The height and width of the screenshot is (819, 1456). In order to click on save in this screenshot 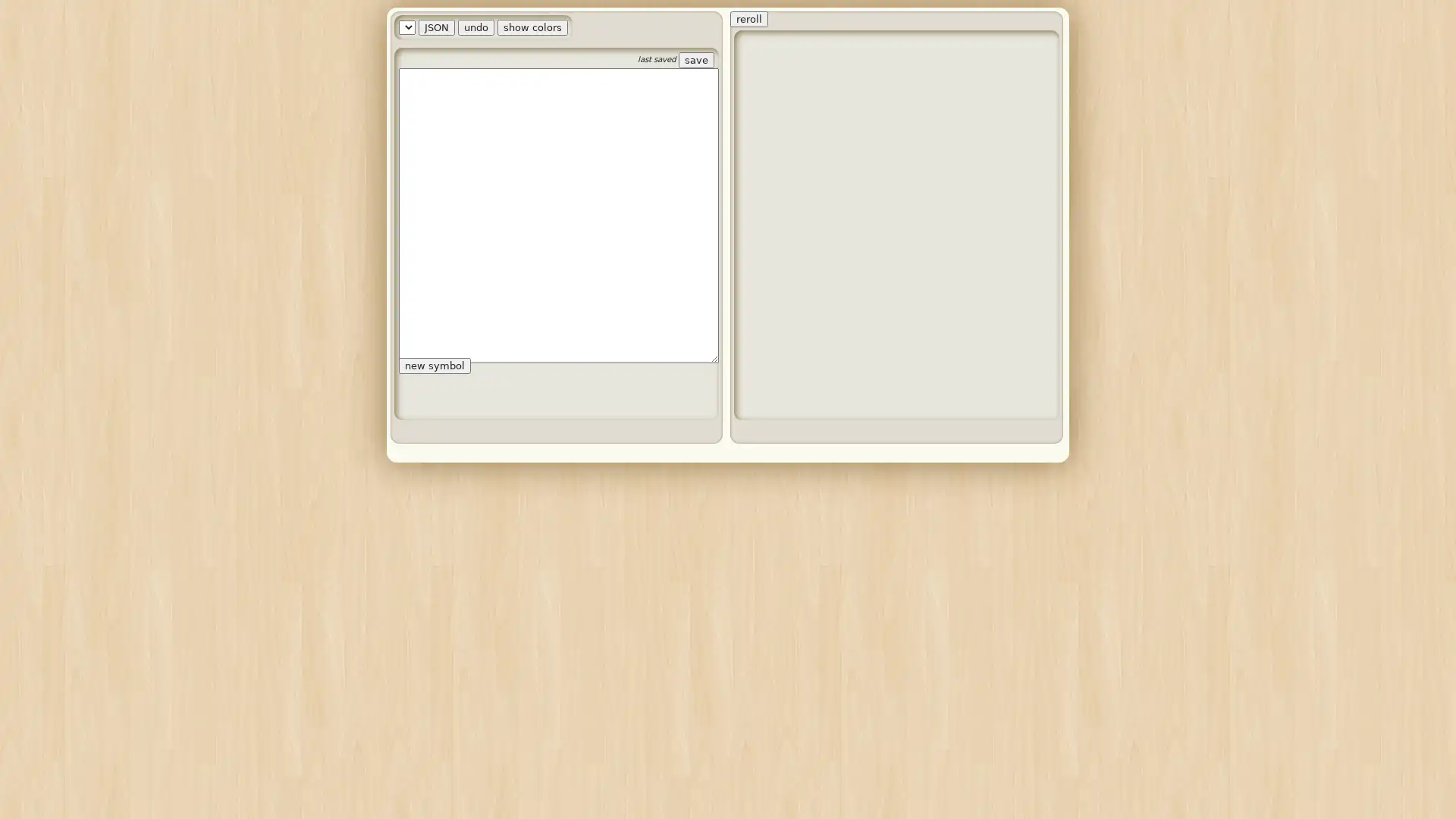, I will do `click(695, 59)`.